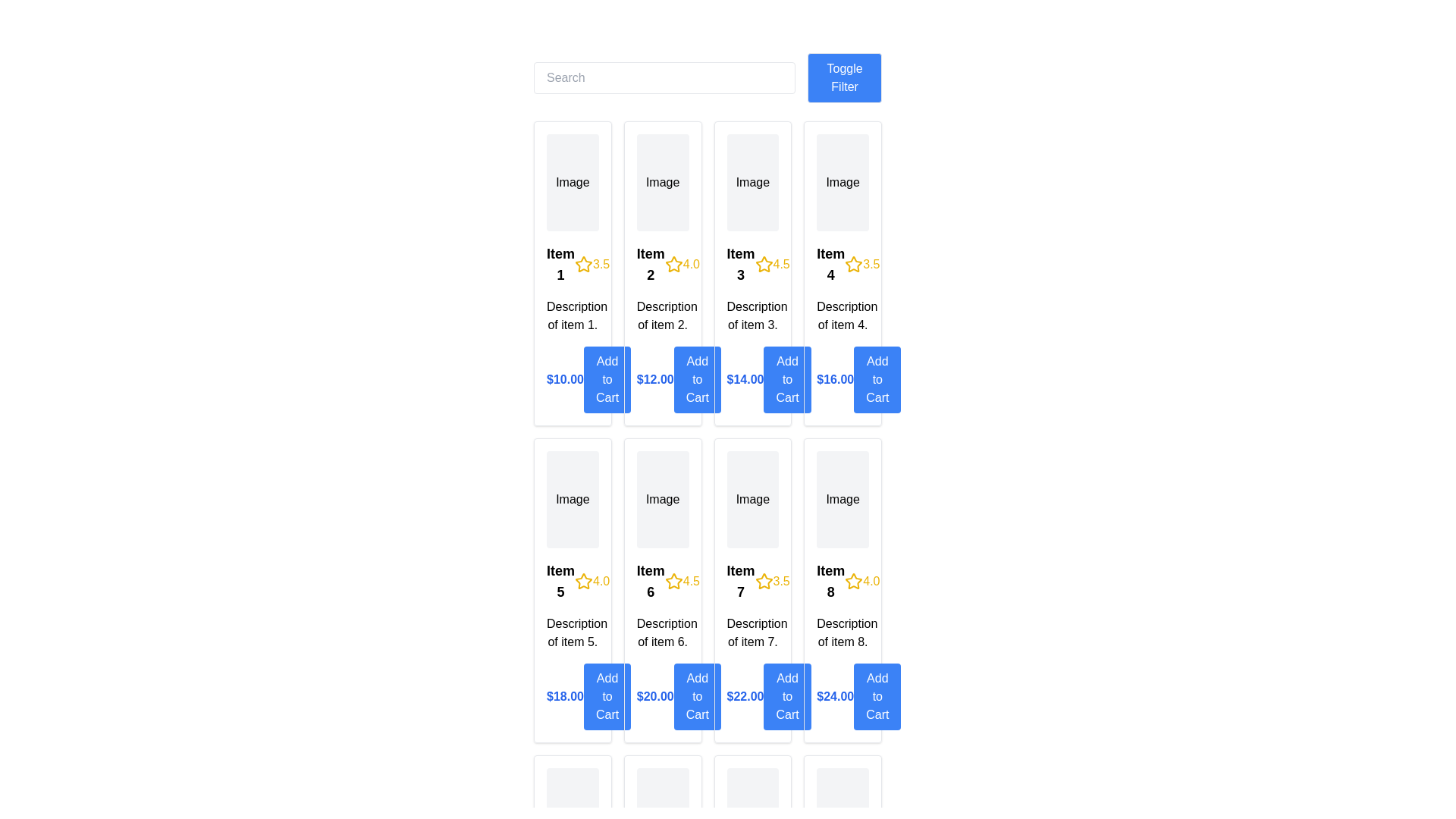 This screenshot has height=819, width=1456. I want to click on rating value displayed as '4.5' in bold yellow color, located in the 'Item 6' section to the right of the item's name, so click(681, 581).